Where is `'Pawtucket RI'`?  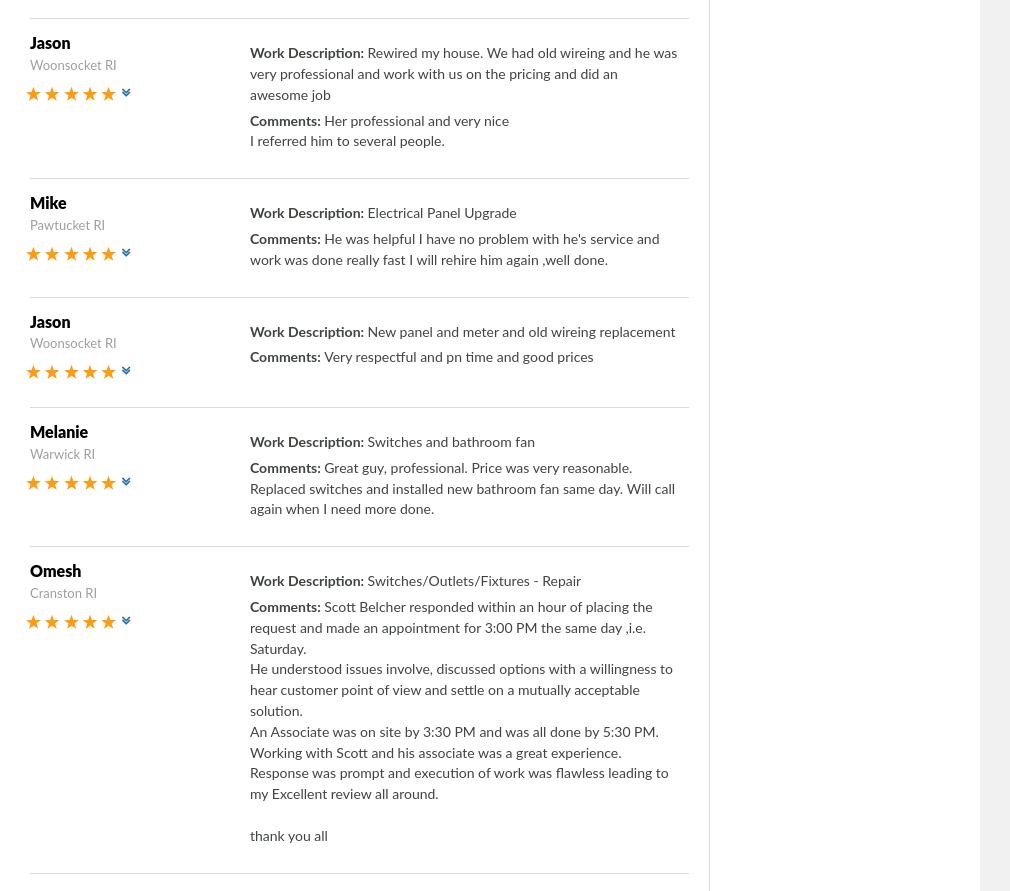
'Pawtucket RI' is located at coordinates (66, 226).